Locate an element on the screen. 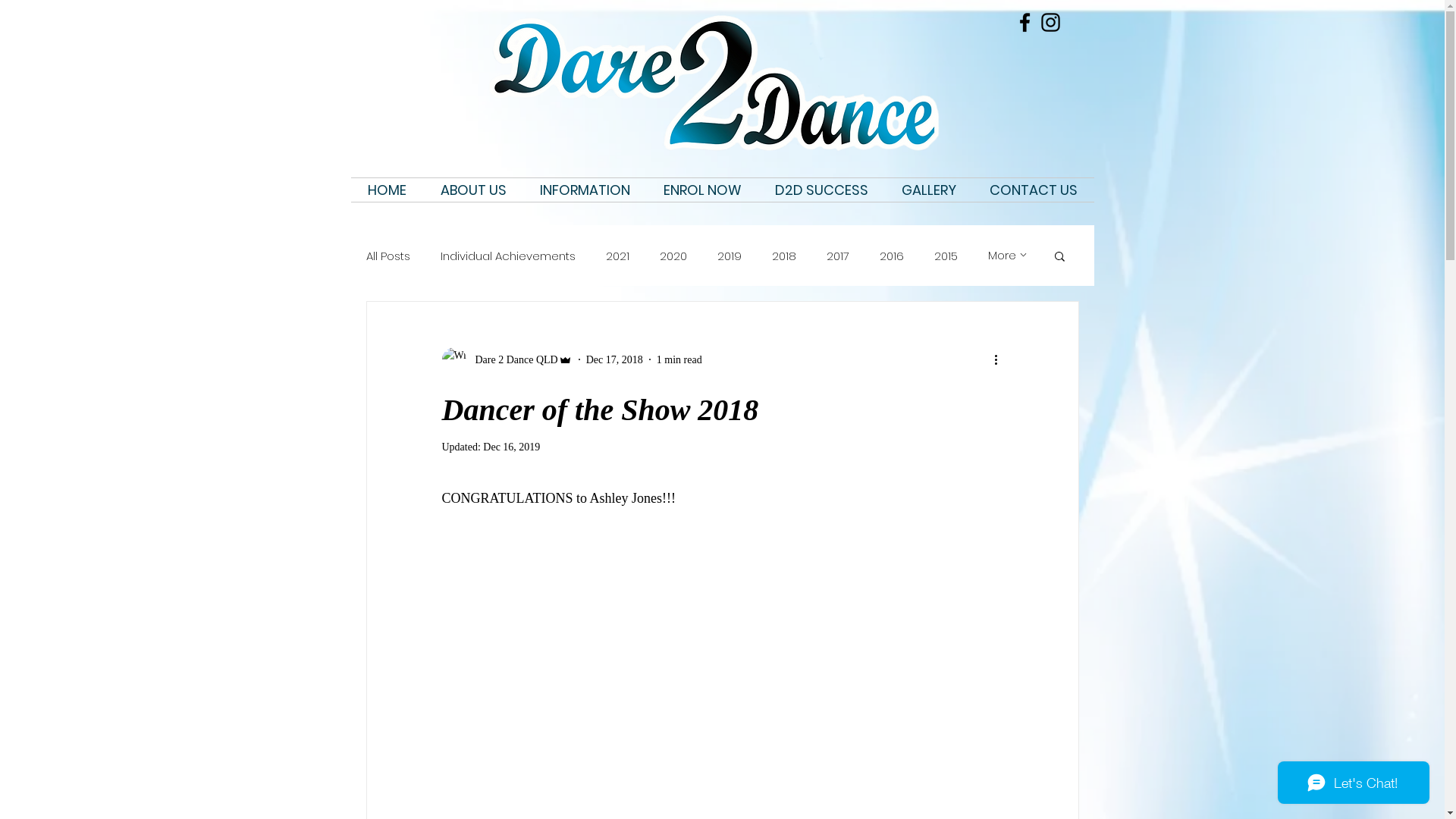 This screenshot has height=819, width=1456. 'HOME' is located at coordinates (386, 189).